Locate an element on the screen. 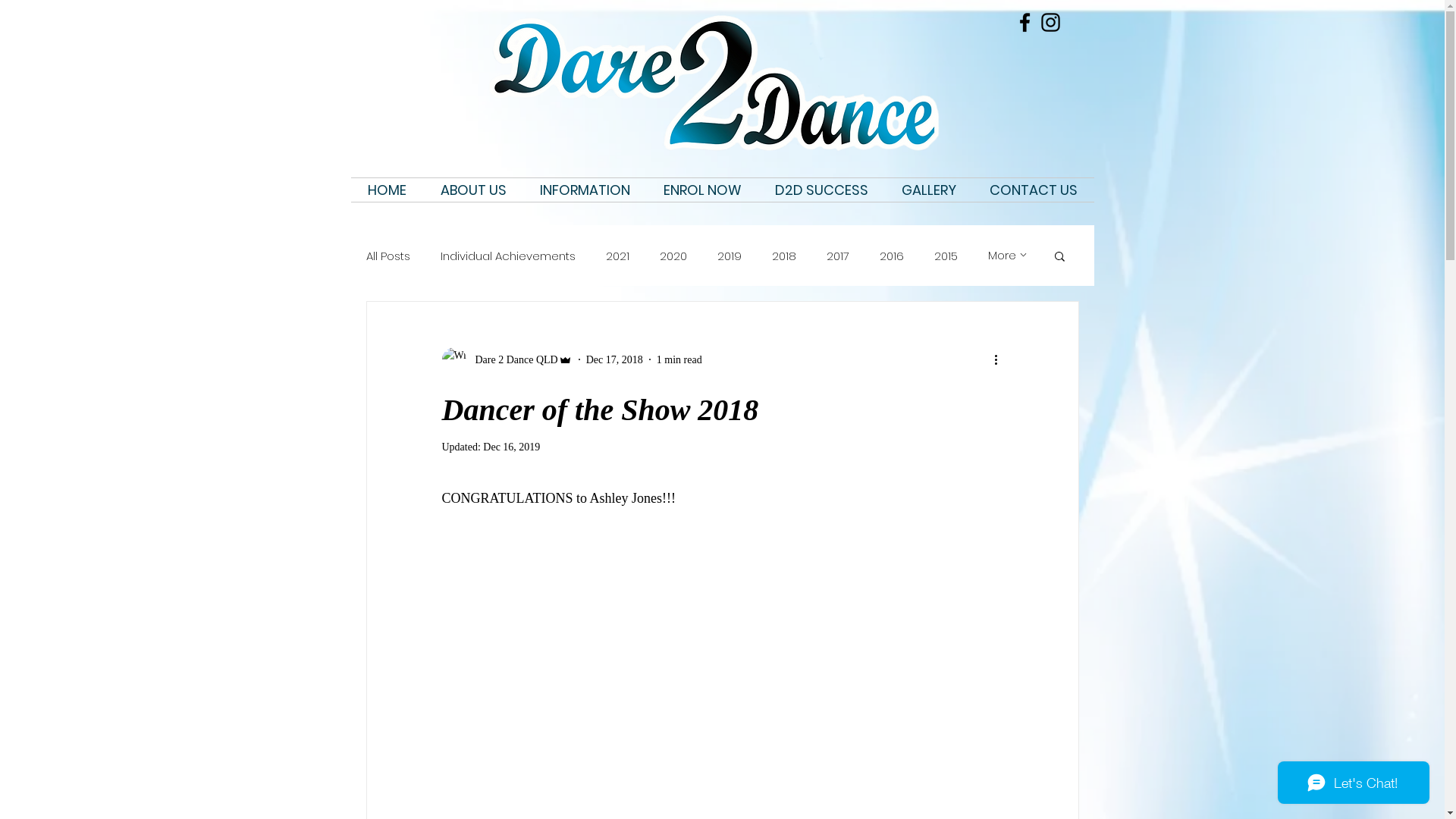 This screenshot has height=819, width=1456. 'HOME' is located at coordinates (386, 189).